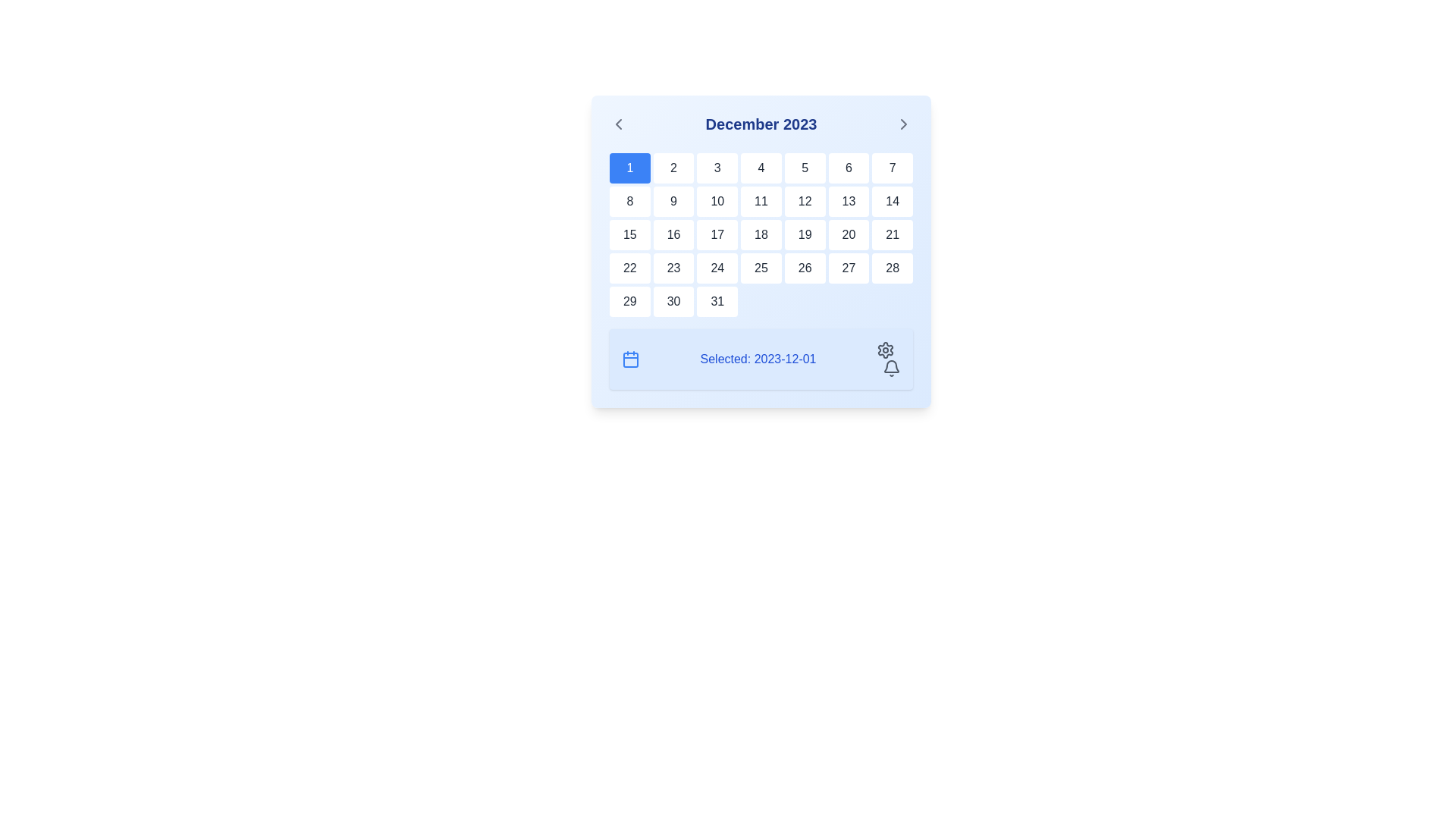 This screenshot has height=819, width=1456. I want to click on the cogwheel icon representing settings, located at the bottom-right corner of the calendar interface, so click(885, 350).